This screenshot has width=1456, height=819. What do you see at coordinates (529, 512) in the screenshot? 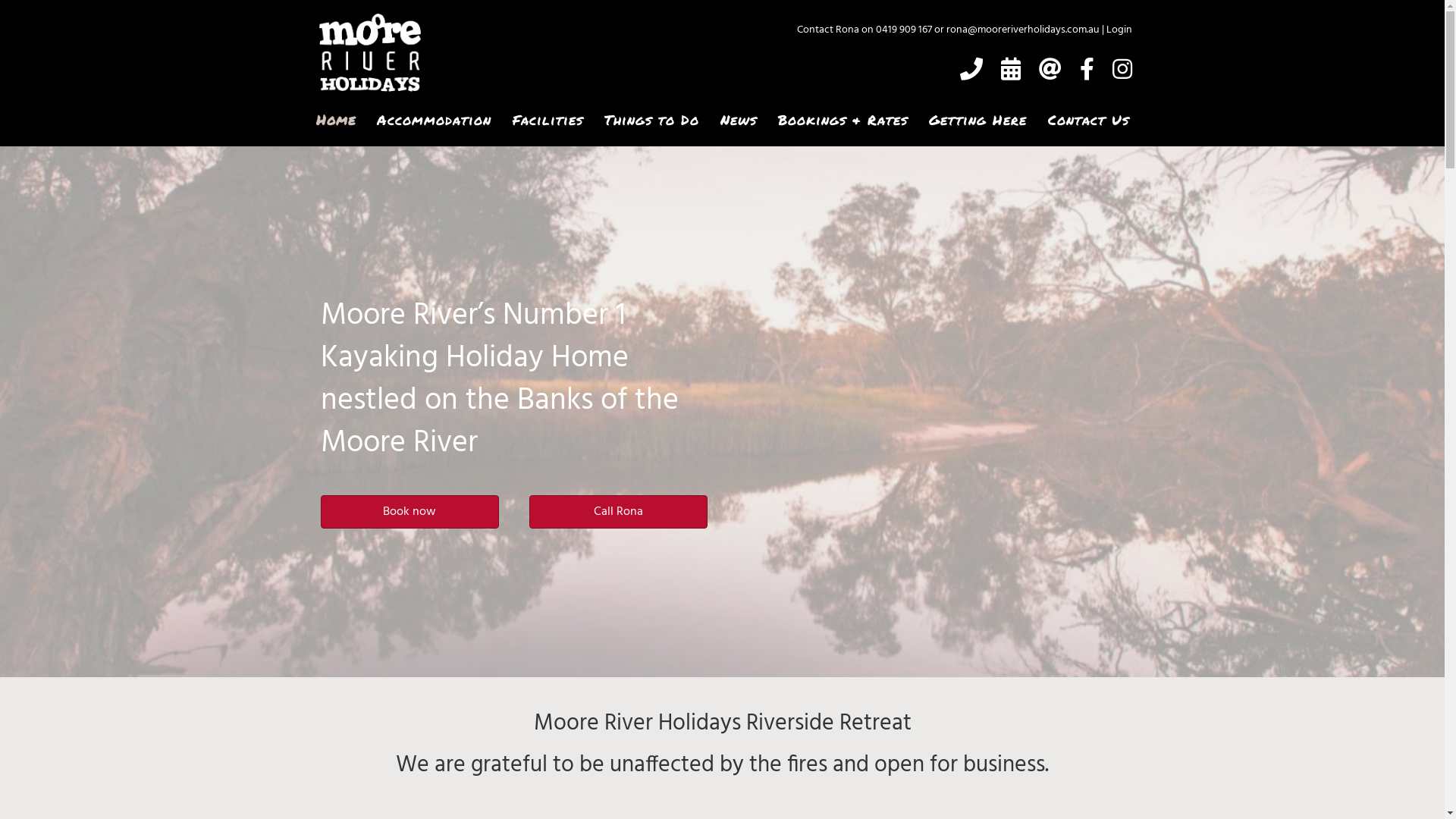
I see `'Call Rona'` at bounding box center [529, 512].